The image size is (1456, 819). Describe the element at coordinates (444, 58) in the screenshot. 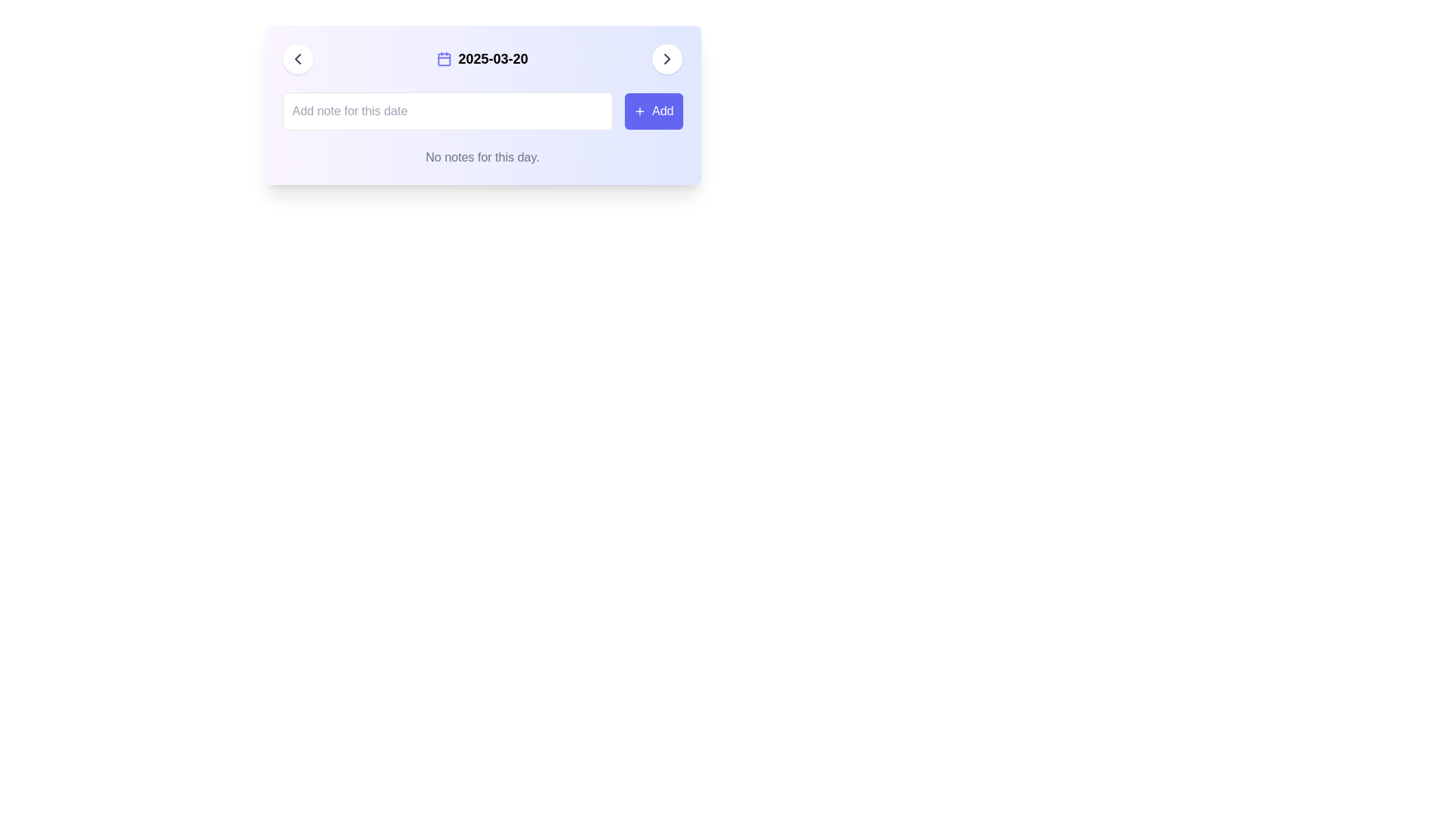

I see `the violet-indigo tinted calendar icon located to the left of the date '2025-03-20'` at that location.